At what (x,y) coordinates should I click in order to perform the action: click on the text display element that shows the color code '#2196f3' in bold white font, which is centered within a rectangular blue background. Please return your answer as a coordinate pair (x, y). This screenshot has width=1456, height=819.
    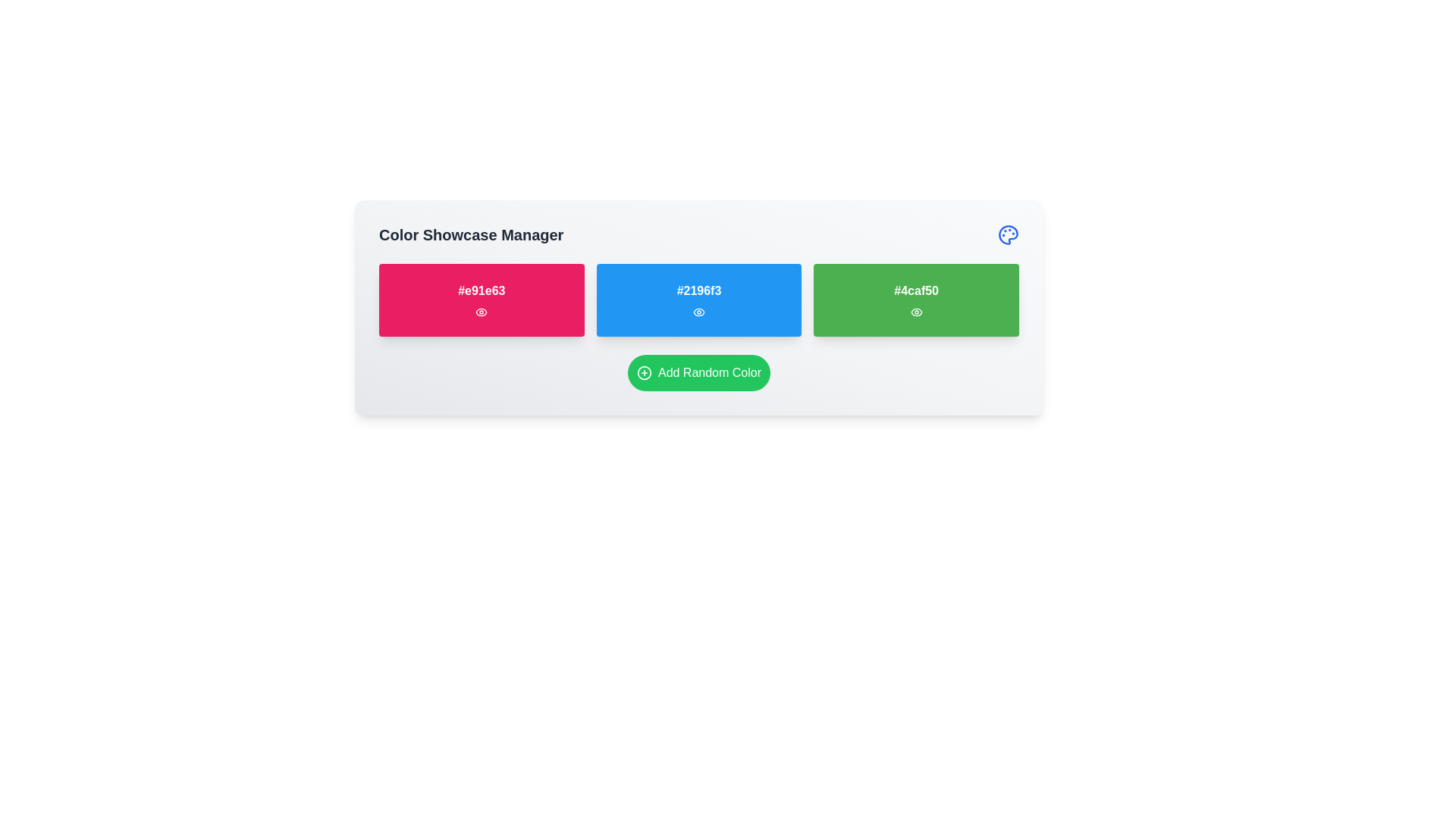
    Looking at the image, I should click on (698, 291).